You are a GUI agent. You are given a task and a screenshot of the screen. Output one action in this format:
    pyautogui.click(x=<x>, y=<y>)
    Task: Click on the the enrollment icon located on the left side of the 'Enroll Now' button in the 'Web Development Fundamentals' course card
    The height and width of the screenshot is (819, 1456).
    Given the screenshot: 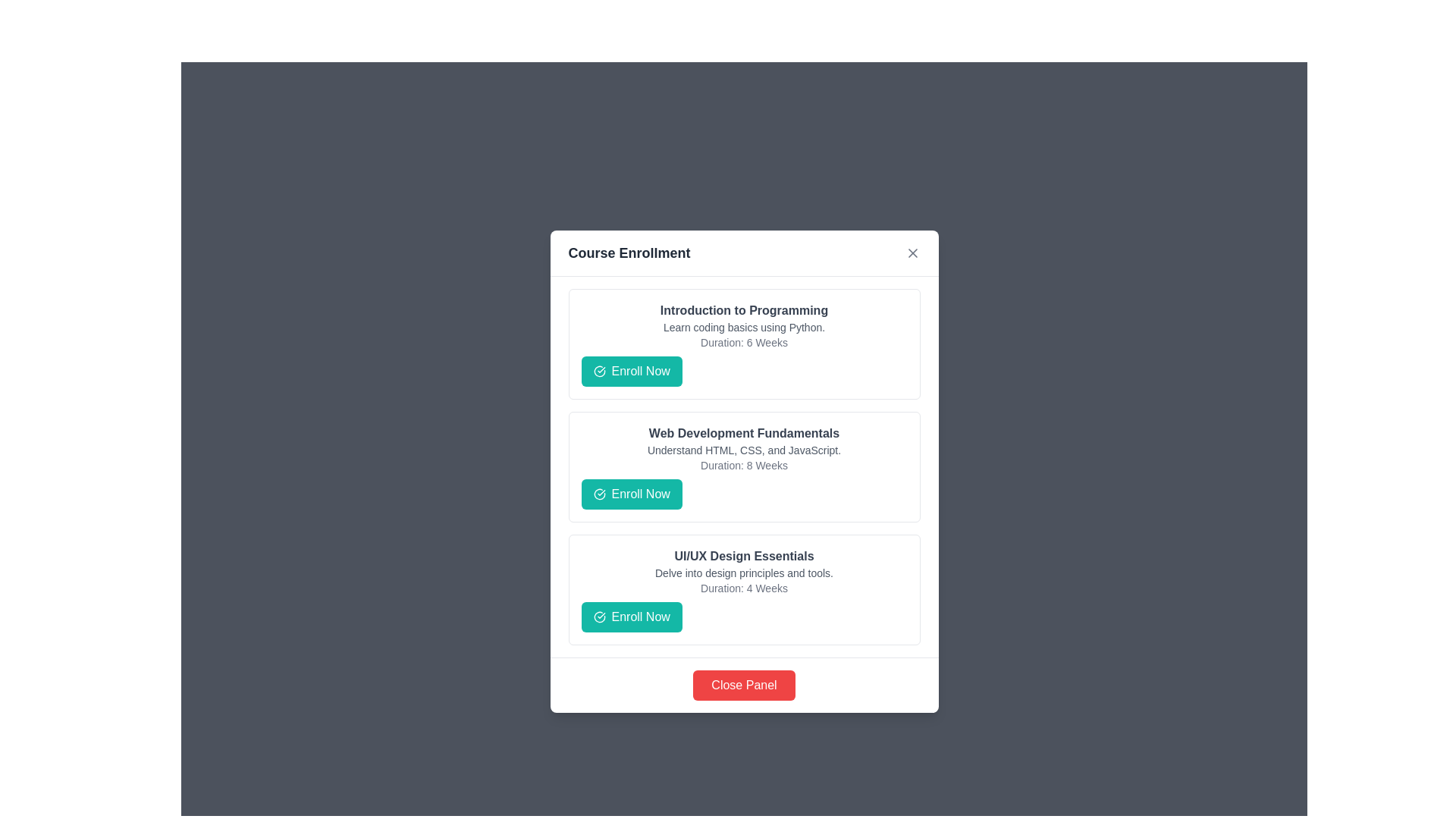 What is the action you would take?
    pyautogui.click(x=598, y=494)
    